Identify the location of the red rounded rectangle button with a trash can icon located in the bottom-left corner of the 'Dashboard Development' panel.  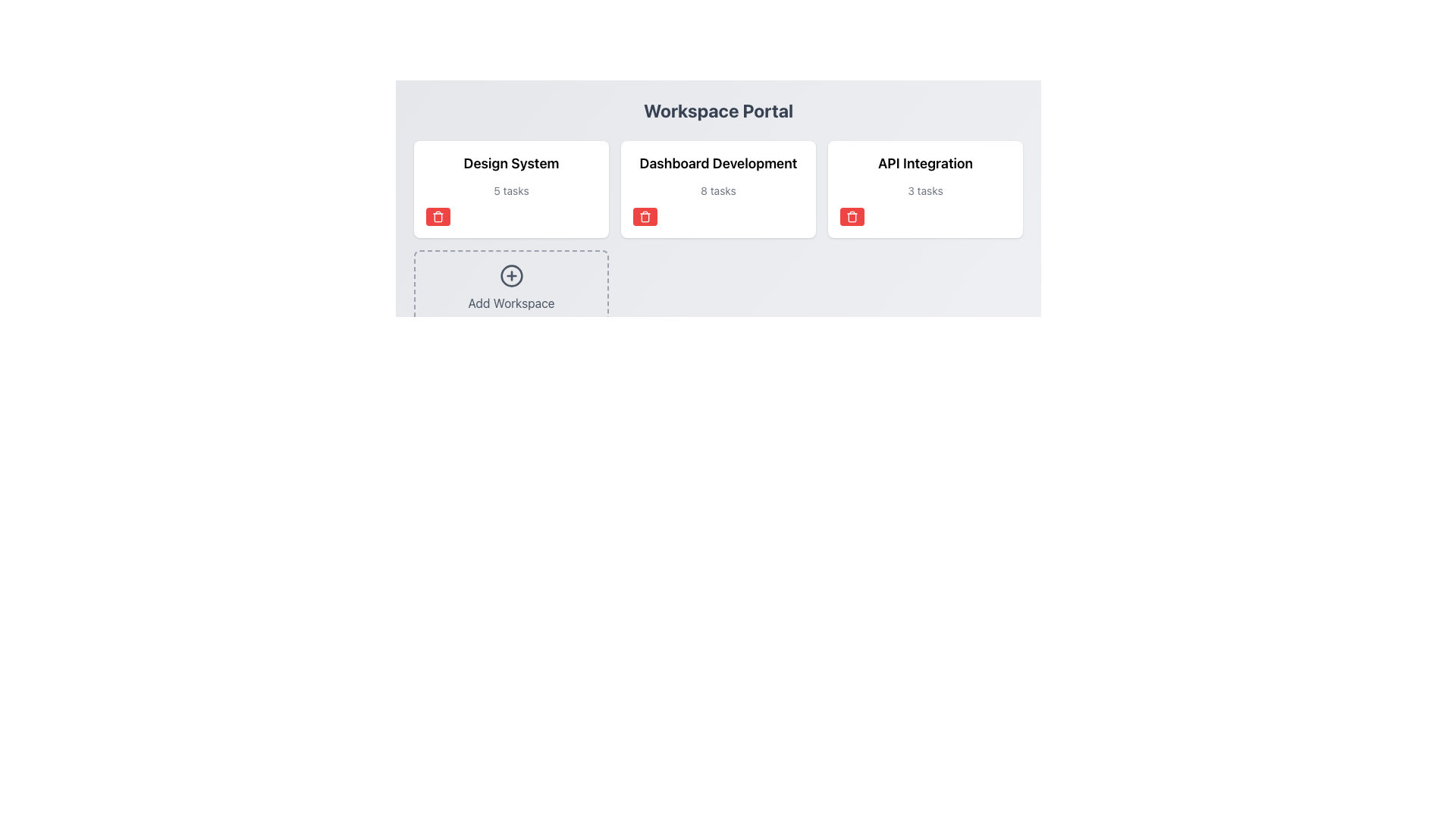
(645, 216).